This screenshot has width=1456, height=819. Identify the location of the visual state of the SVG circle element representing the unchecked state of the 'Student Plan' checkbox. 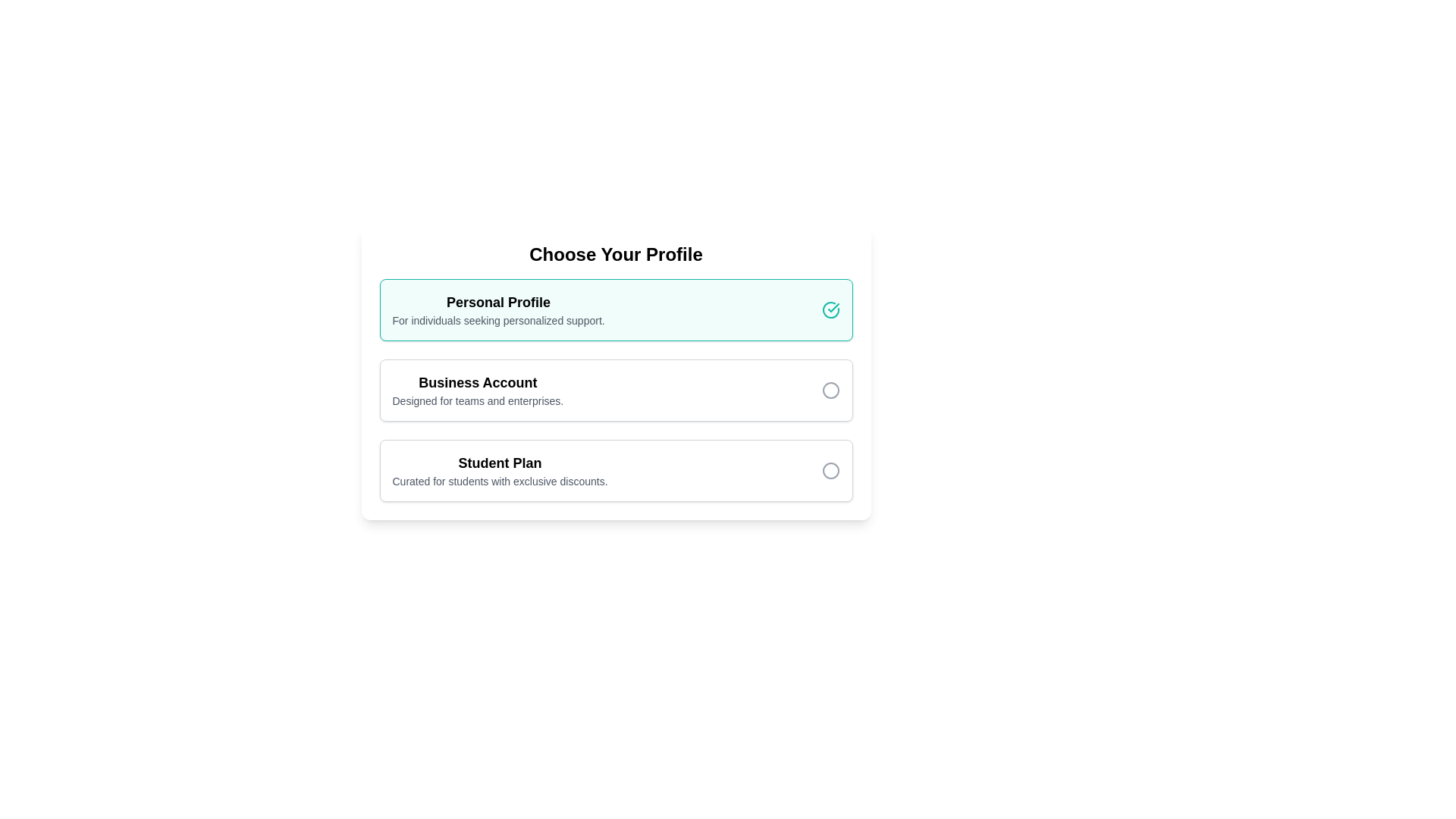
(830, 470).